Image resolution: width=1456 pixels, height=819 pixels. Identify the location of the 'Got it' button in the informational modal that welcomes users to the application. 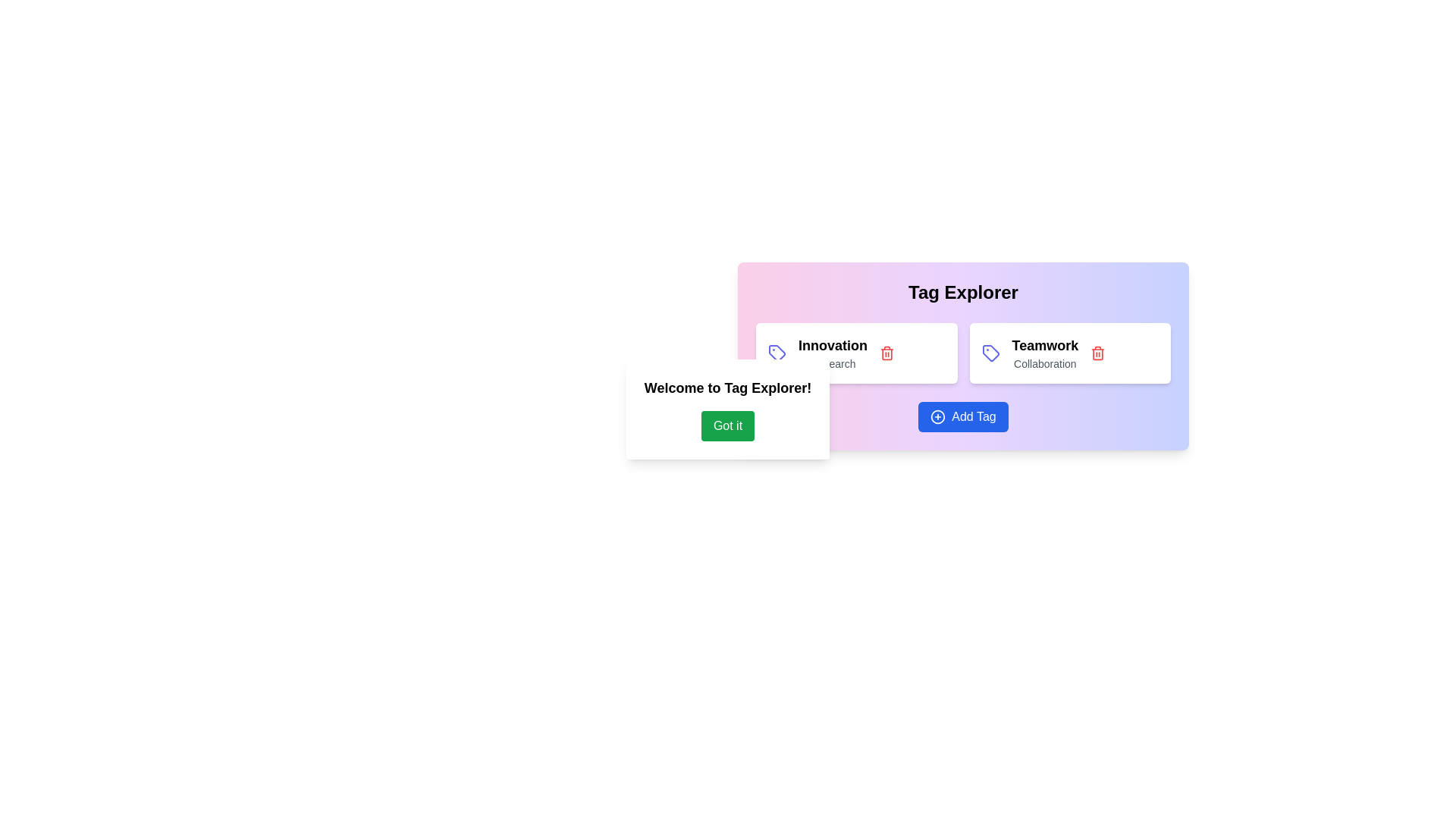
(728, 409).